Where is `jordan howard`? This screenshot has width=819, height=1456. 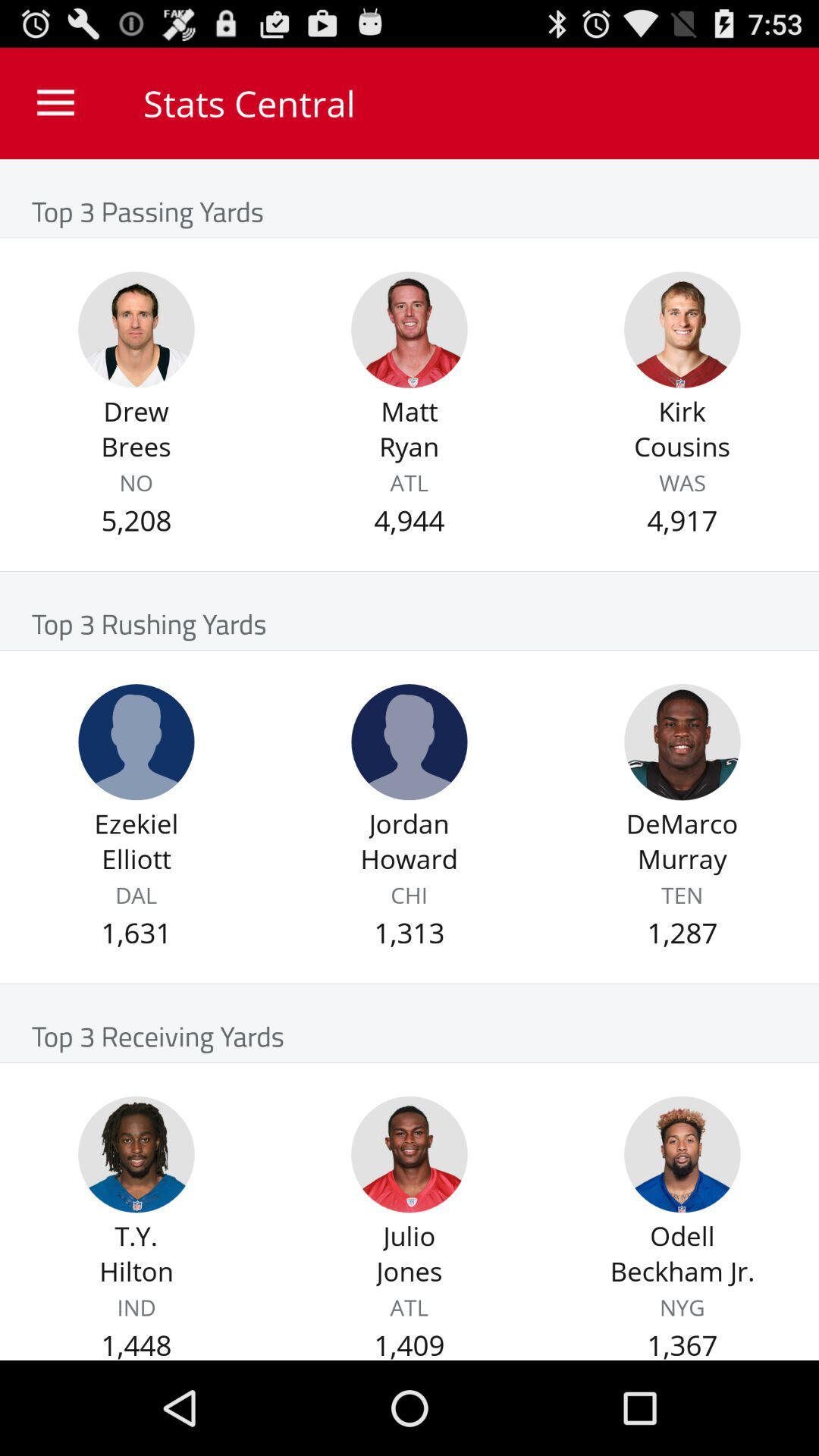
jordan howard is located at coordinates (409, 742).